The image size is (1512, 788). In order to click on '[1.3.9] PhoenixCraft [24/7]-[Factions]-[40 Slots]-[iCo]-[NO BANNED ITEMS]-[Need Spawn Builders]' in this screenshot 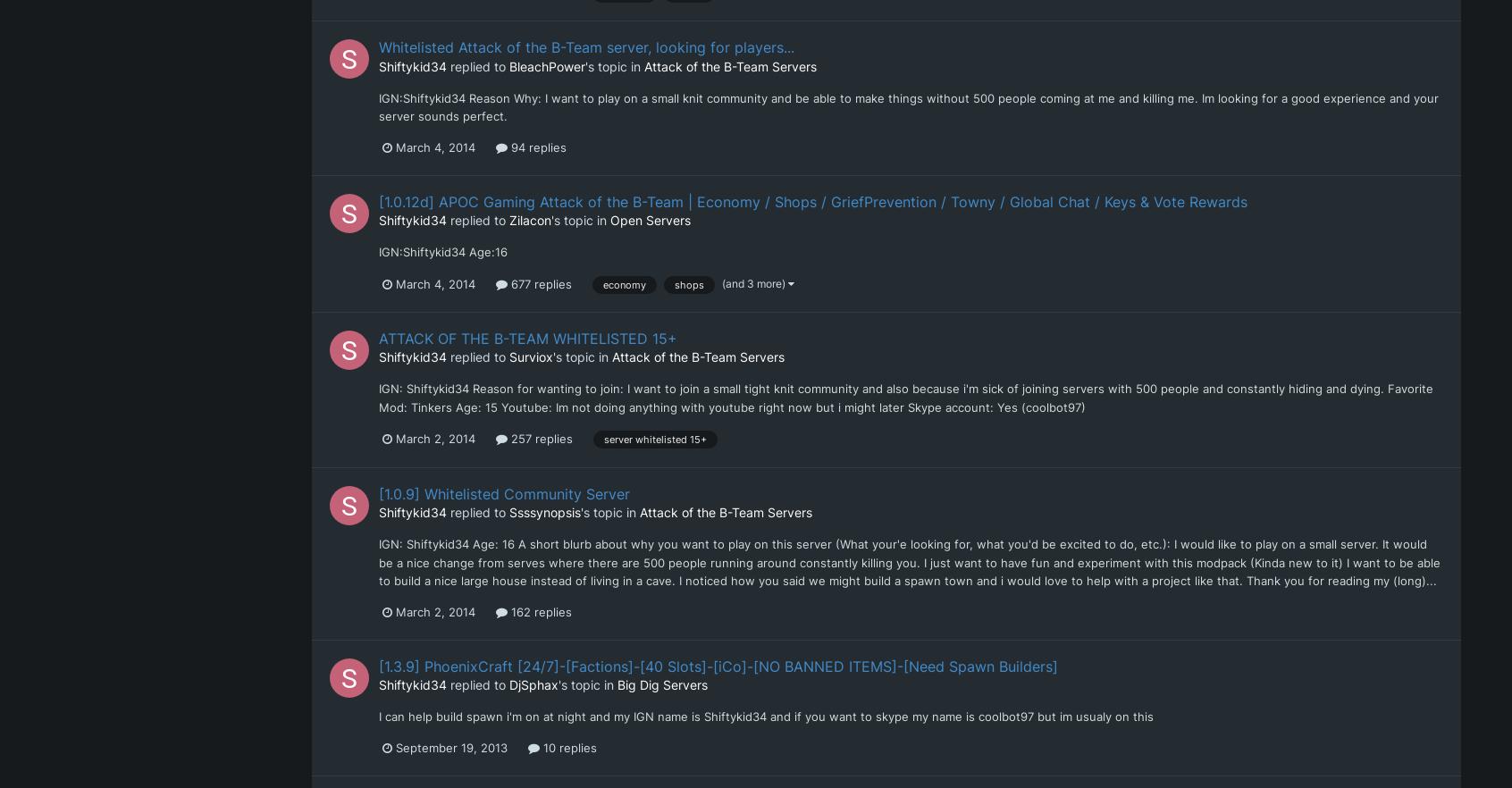, I will do `click(718, 665)`.